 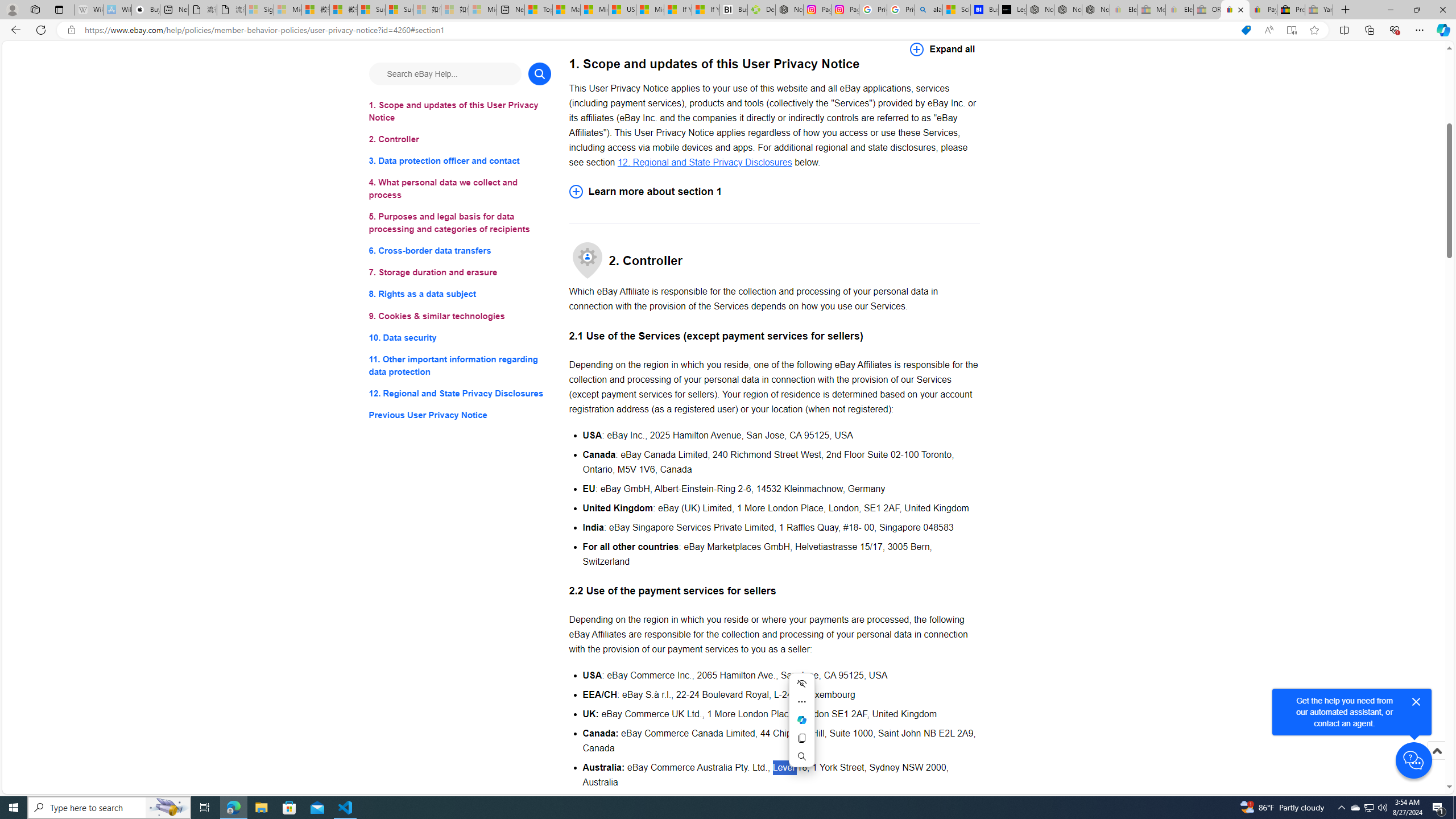 What do you see at coordinates (459, 111) in the screenshot?
I see `'1. Scope and updates of this User Privacy Notice'` at bounding box center [459, 111].